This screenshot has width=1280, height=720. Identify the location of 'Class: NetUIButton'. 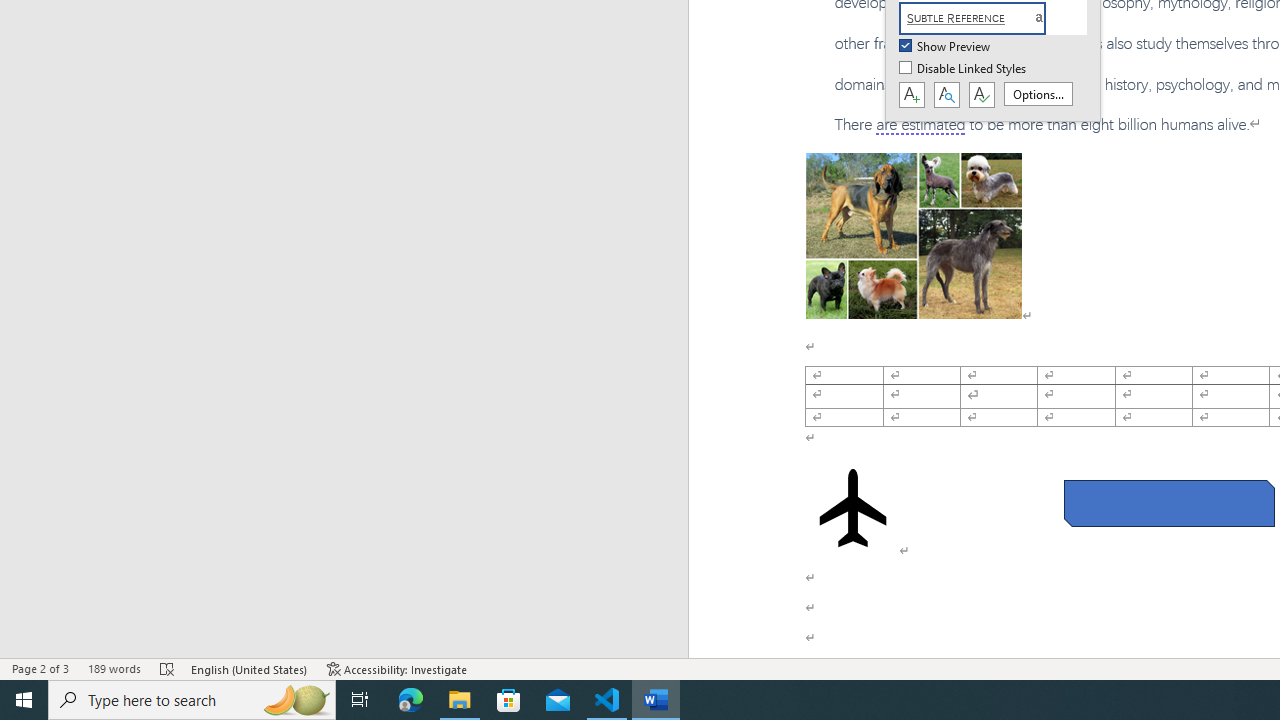
(981, 95).